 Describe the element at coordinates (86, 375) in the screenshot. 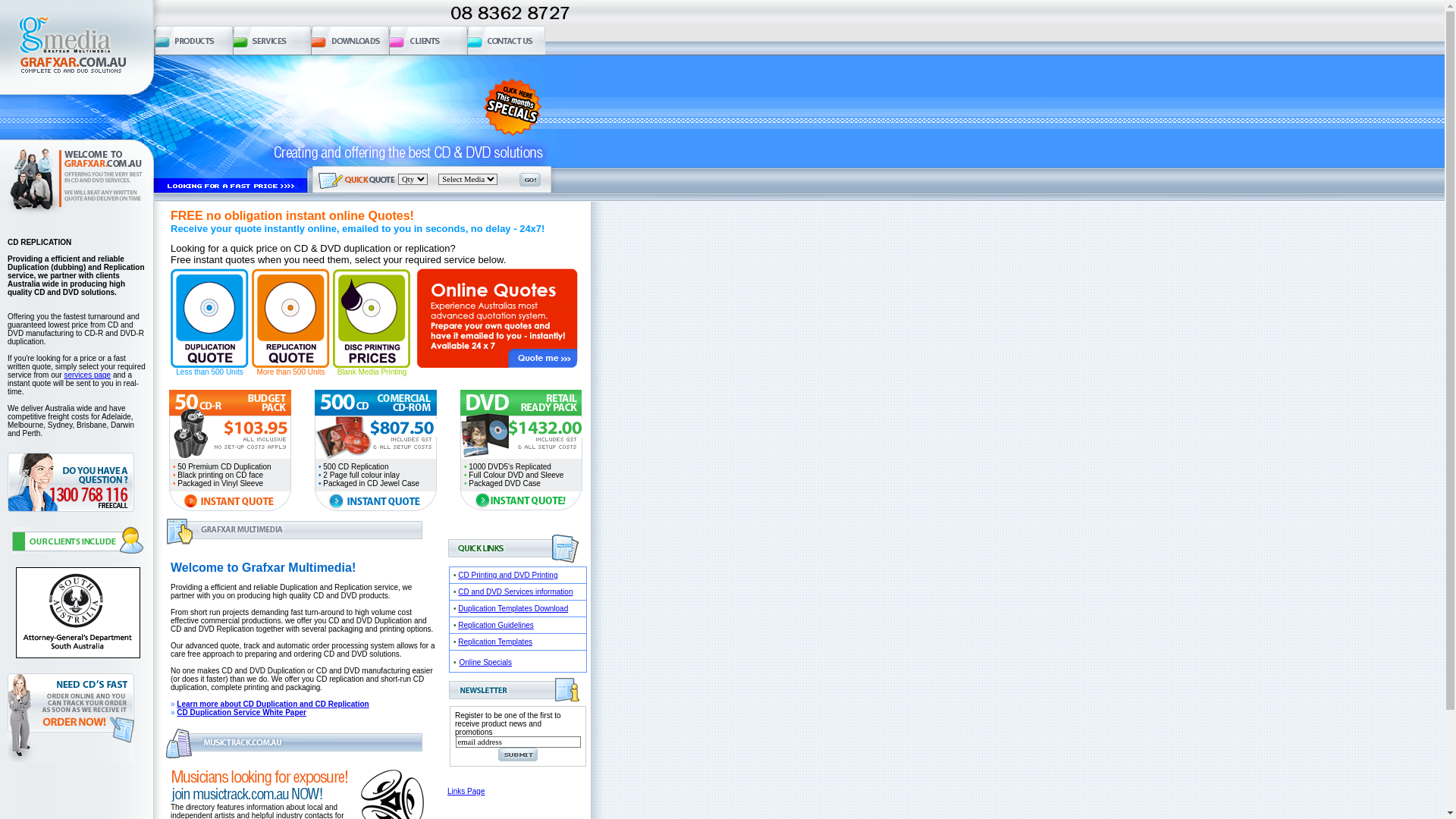

I see `'services page'` at that location.